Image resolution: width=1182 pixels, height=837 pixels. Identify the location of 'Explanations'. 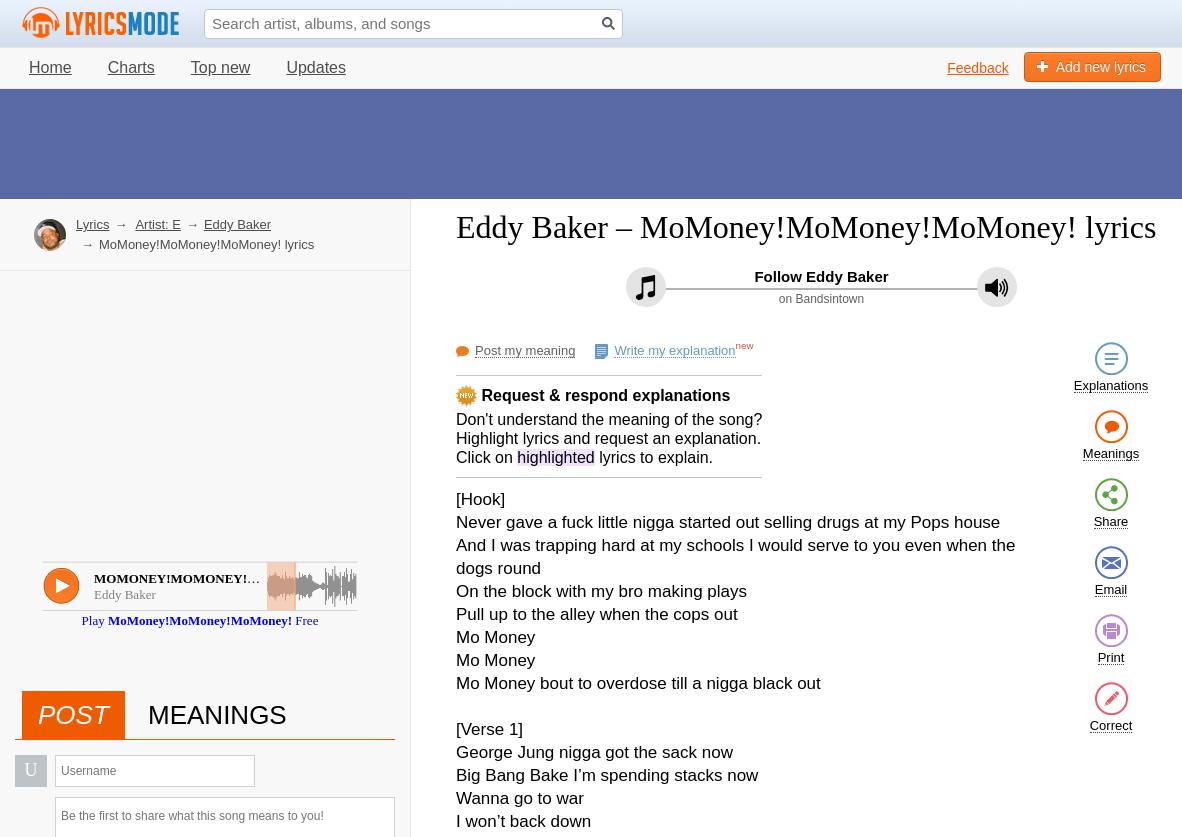
(1110, 385).